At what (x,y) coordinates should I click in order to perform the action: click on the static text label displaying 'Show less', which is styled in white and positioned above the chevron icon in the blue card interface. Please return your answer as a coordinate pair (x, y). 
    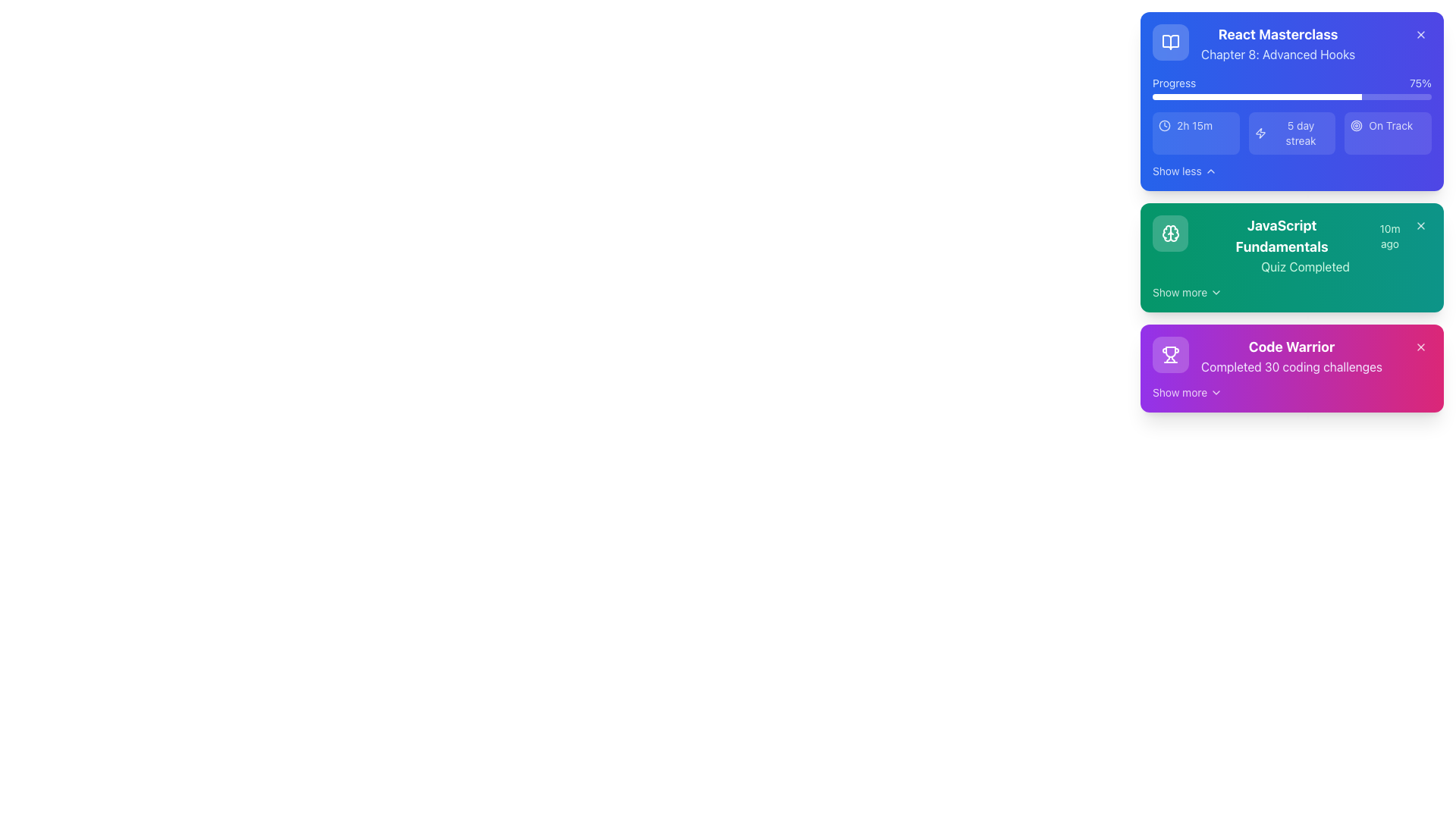
    Looking at the image, I should click on (1176, 171).